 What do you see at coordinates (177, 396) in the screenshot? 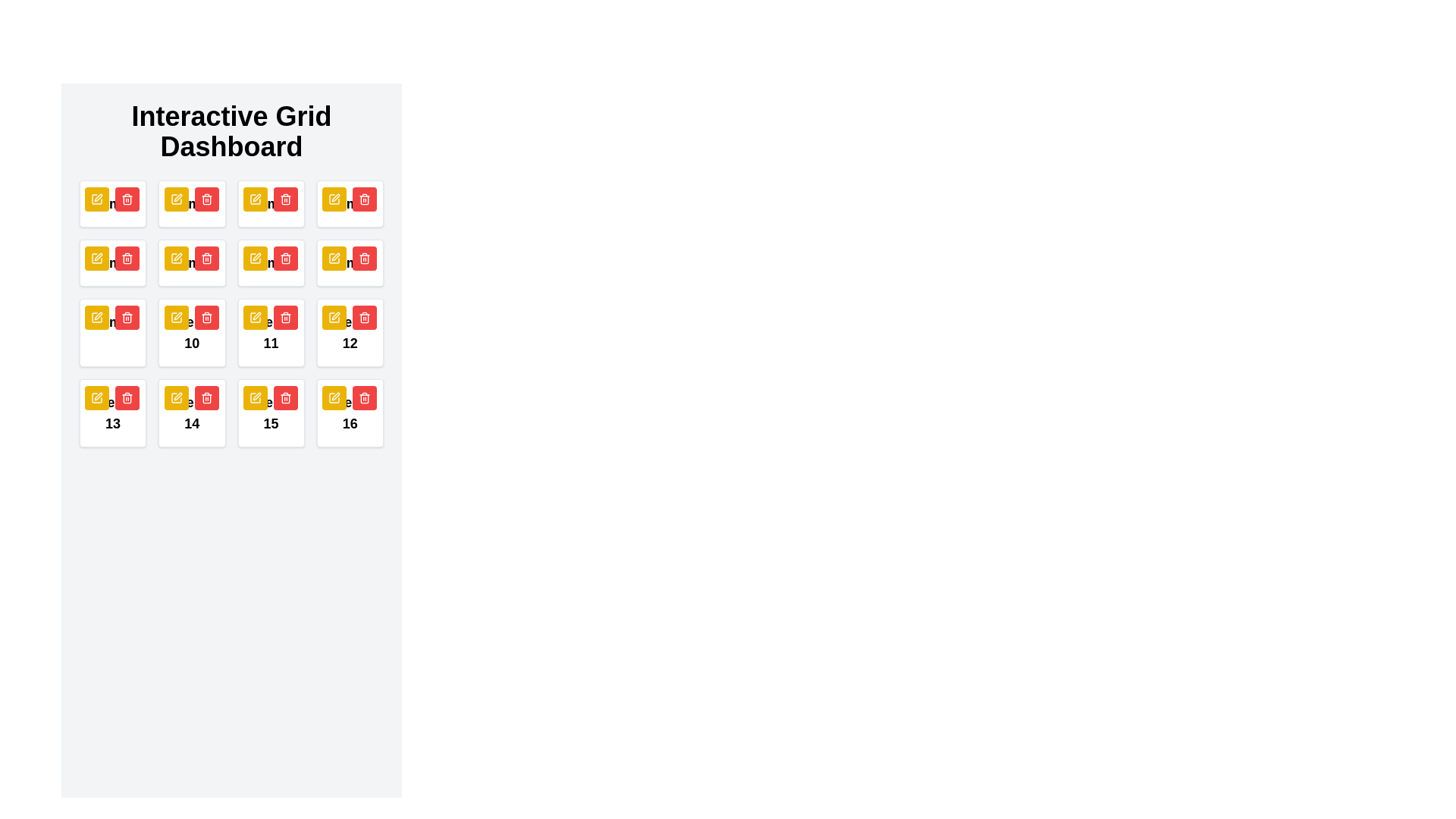
I see `the pen icon button, which is part of the interactive editing feature located in the 14th card of a grid layout` at bounding box center [177, 396].